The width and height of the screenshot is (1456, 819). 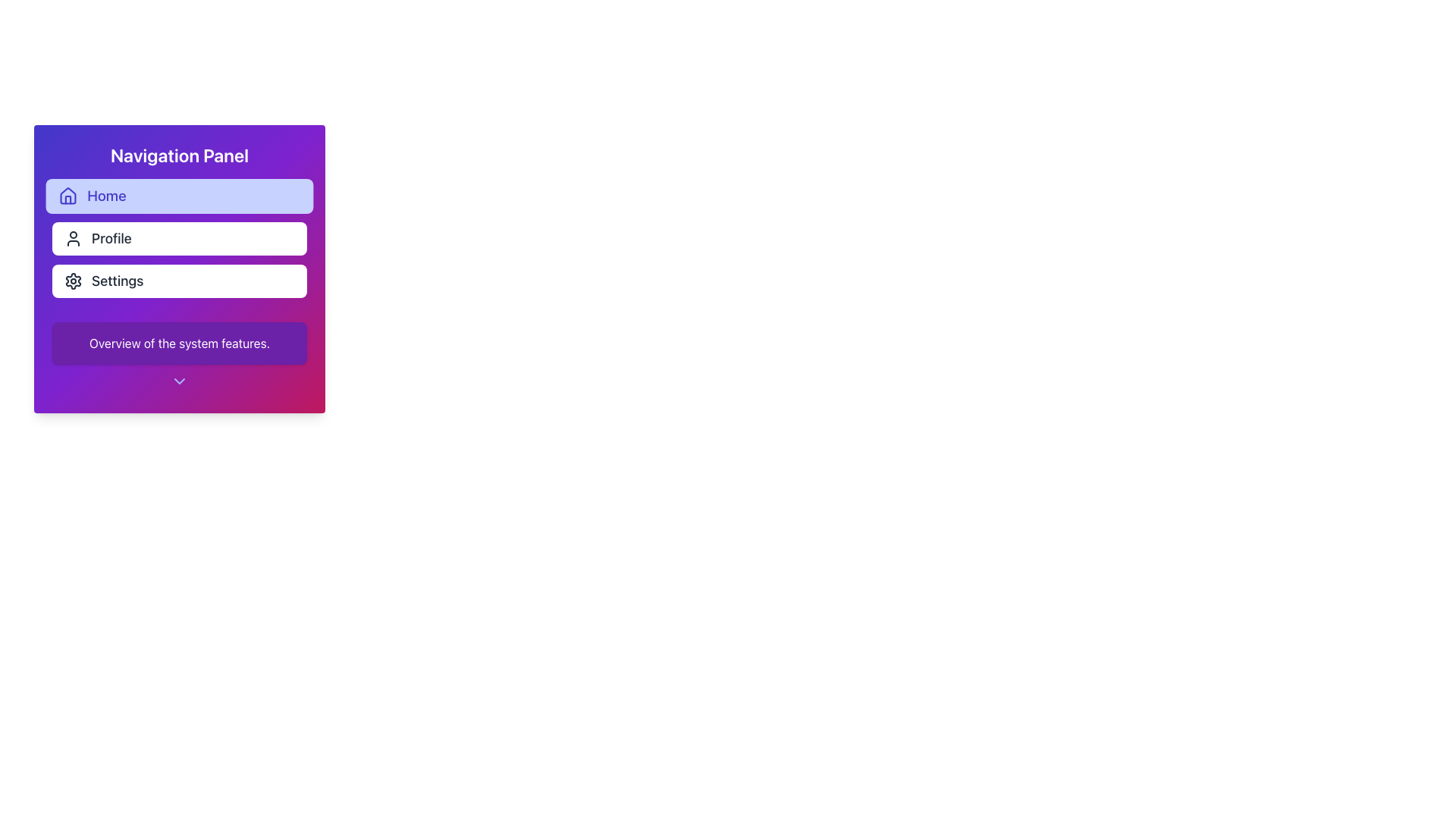 I want to click on the 'Profile' menu item located in the vertical navigation panel, which is the second item between 'Home' and 'Settings', so click(x=179, y=239).